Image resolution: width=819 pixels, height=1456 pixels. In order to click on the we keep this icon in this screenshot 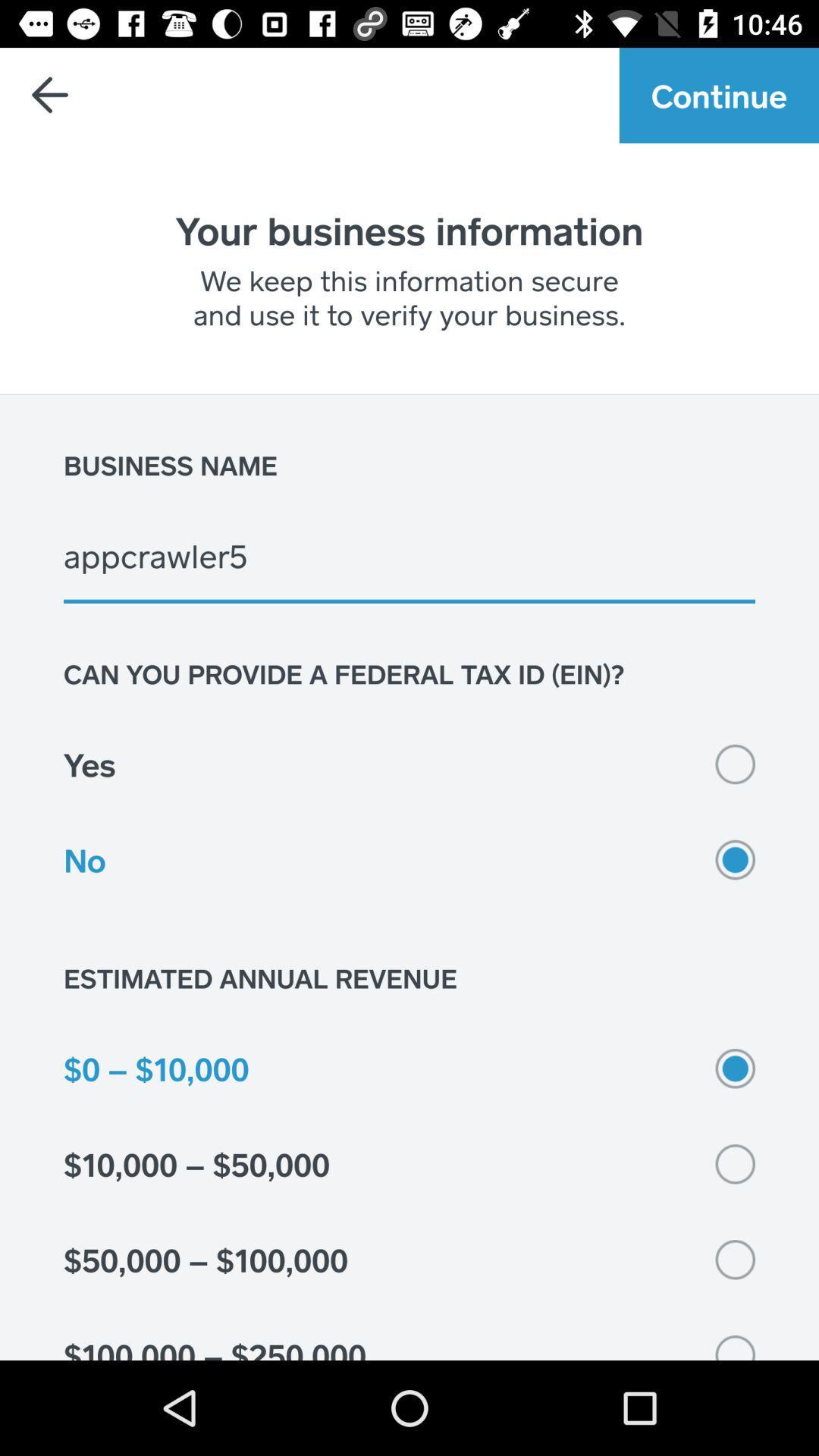, I will do `click(409, 297)`.